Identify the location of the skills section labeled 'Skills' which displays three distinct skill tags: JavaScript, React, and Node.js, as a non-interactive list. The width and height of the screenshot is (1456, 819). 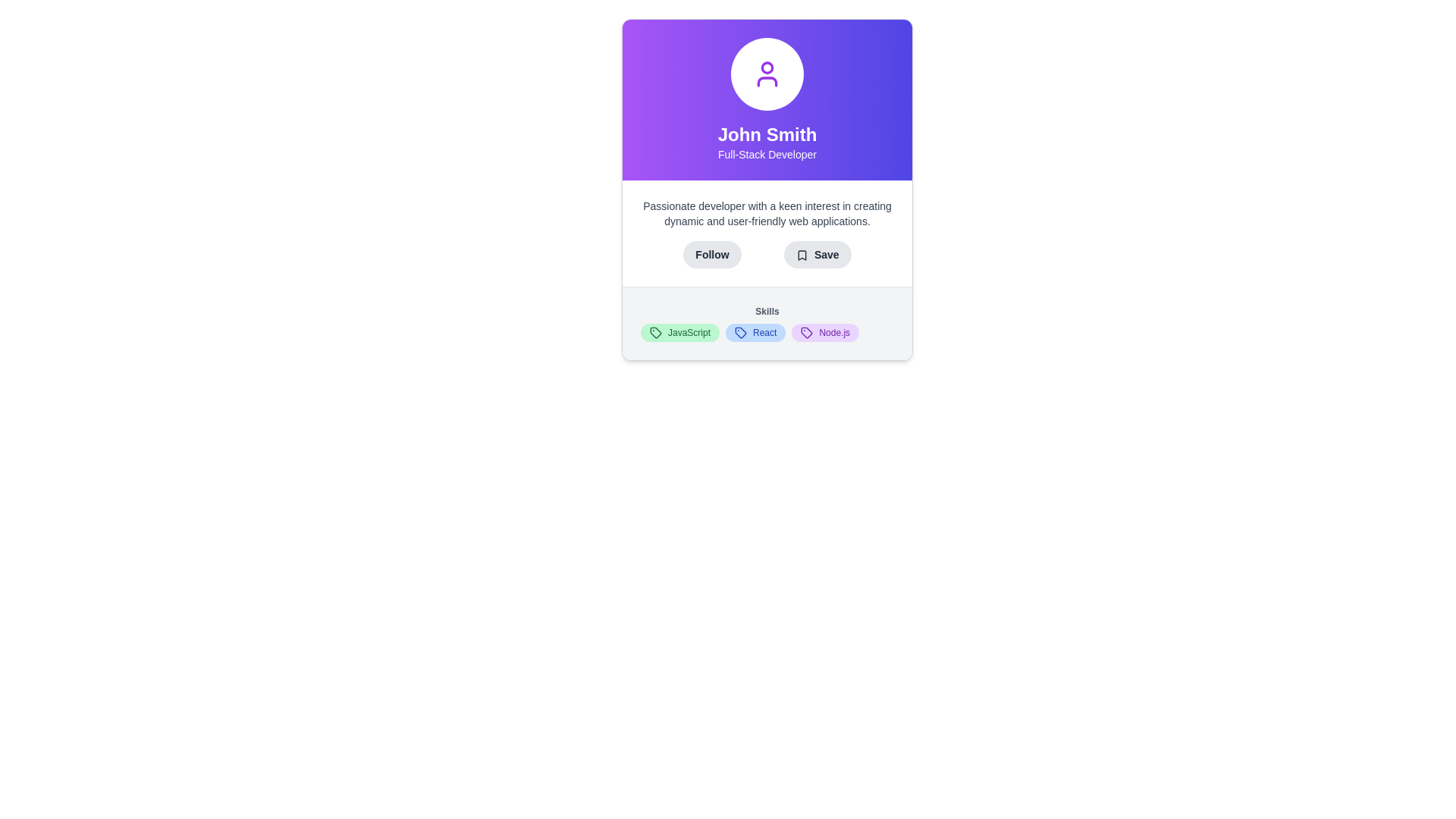
(767, 322).